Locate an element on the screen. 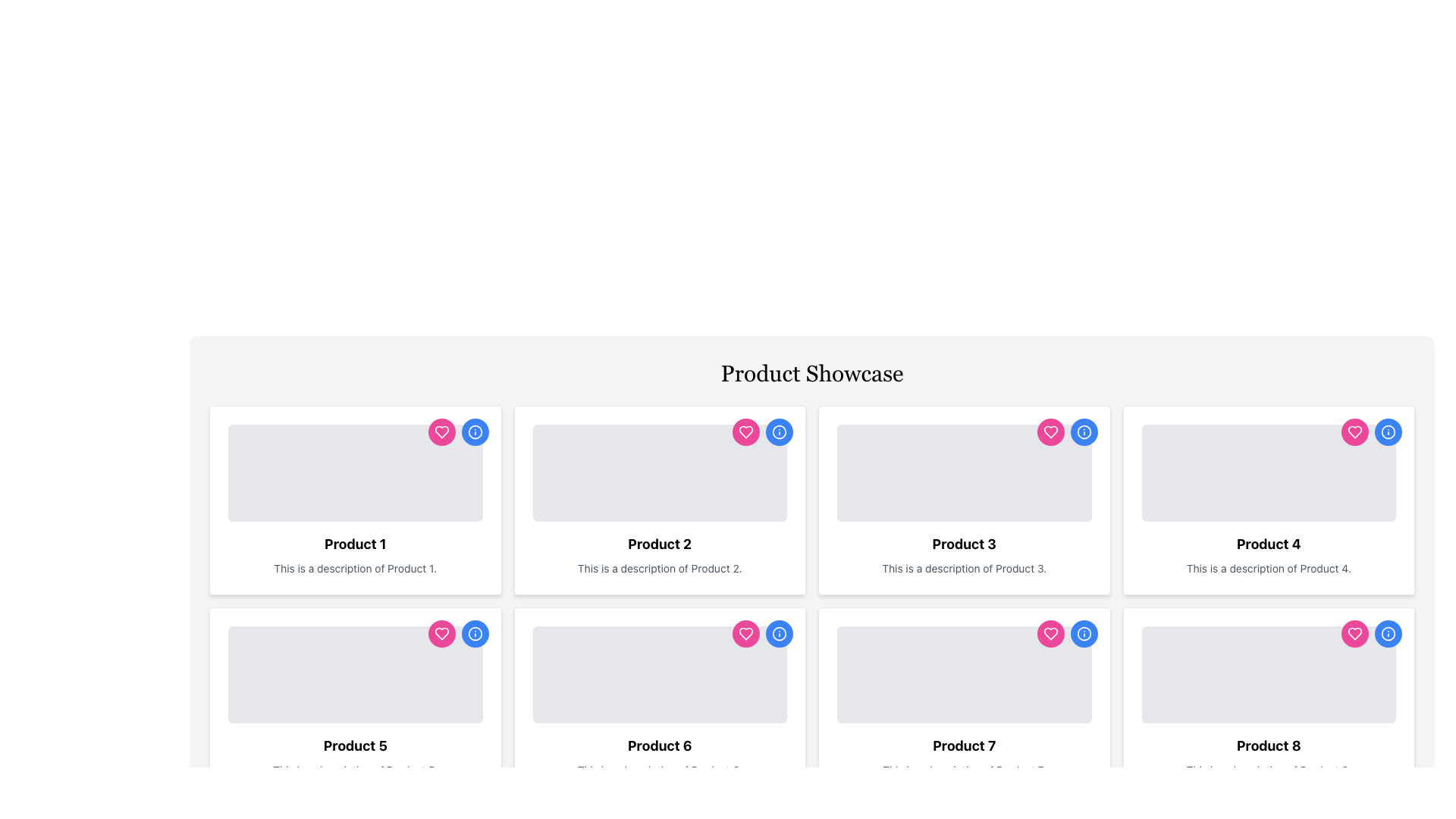 Image resolution: width=1456 pixels, height=819 pixels. the heart-shaped favorite/like toggle icon for Product 4 to receive additional visual feedback is located at coordinates (1354, 634).